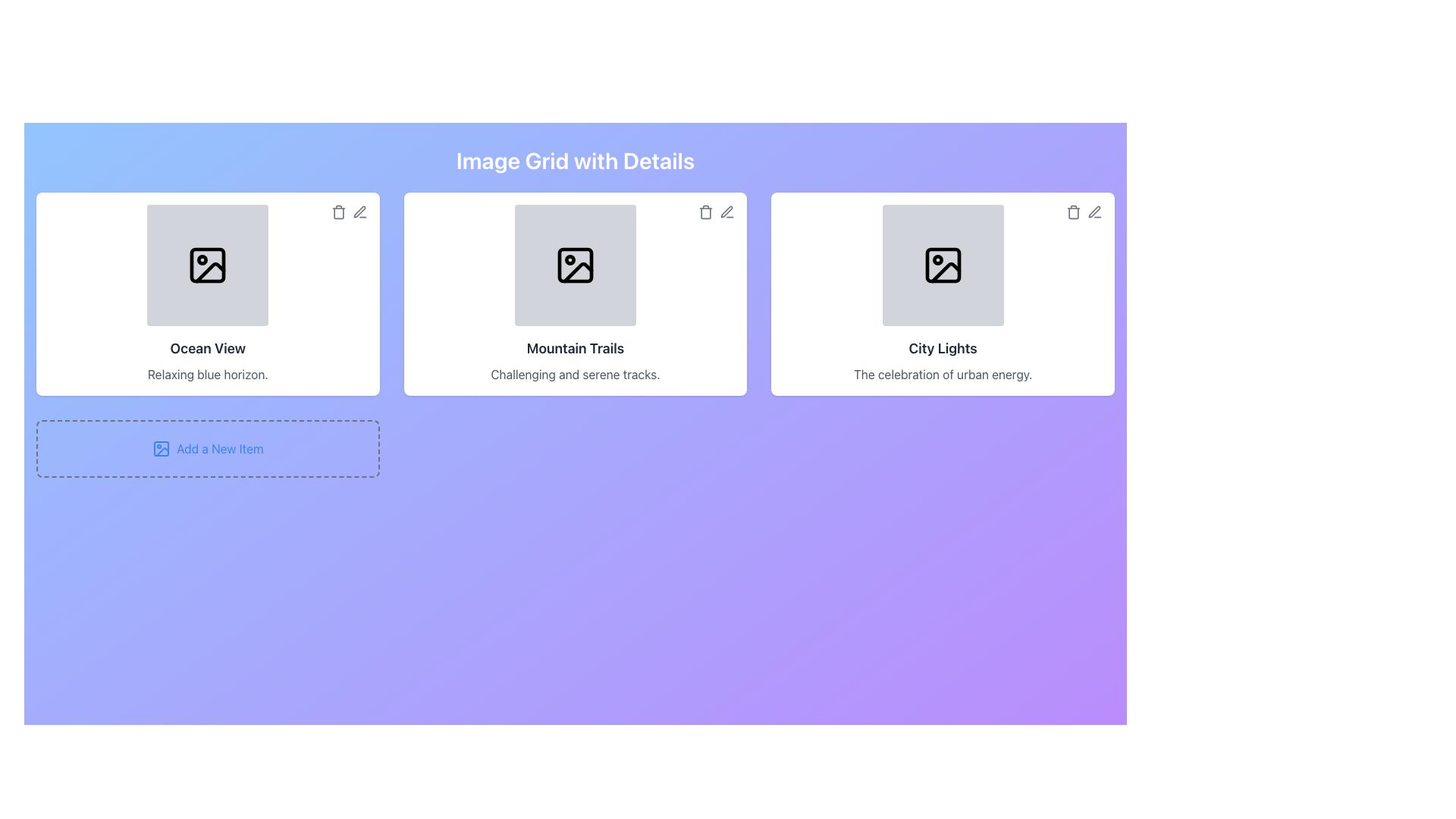 This screenshot has height=819, width=1456. I want to click on the Static Text element that serves as a descriptive title for the content below, which is located in the upper section of the interface, centered horizontally with a distinct margin, so click(574, 161).